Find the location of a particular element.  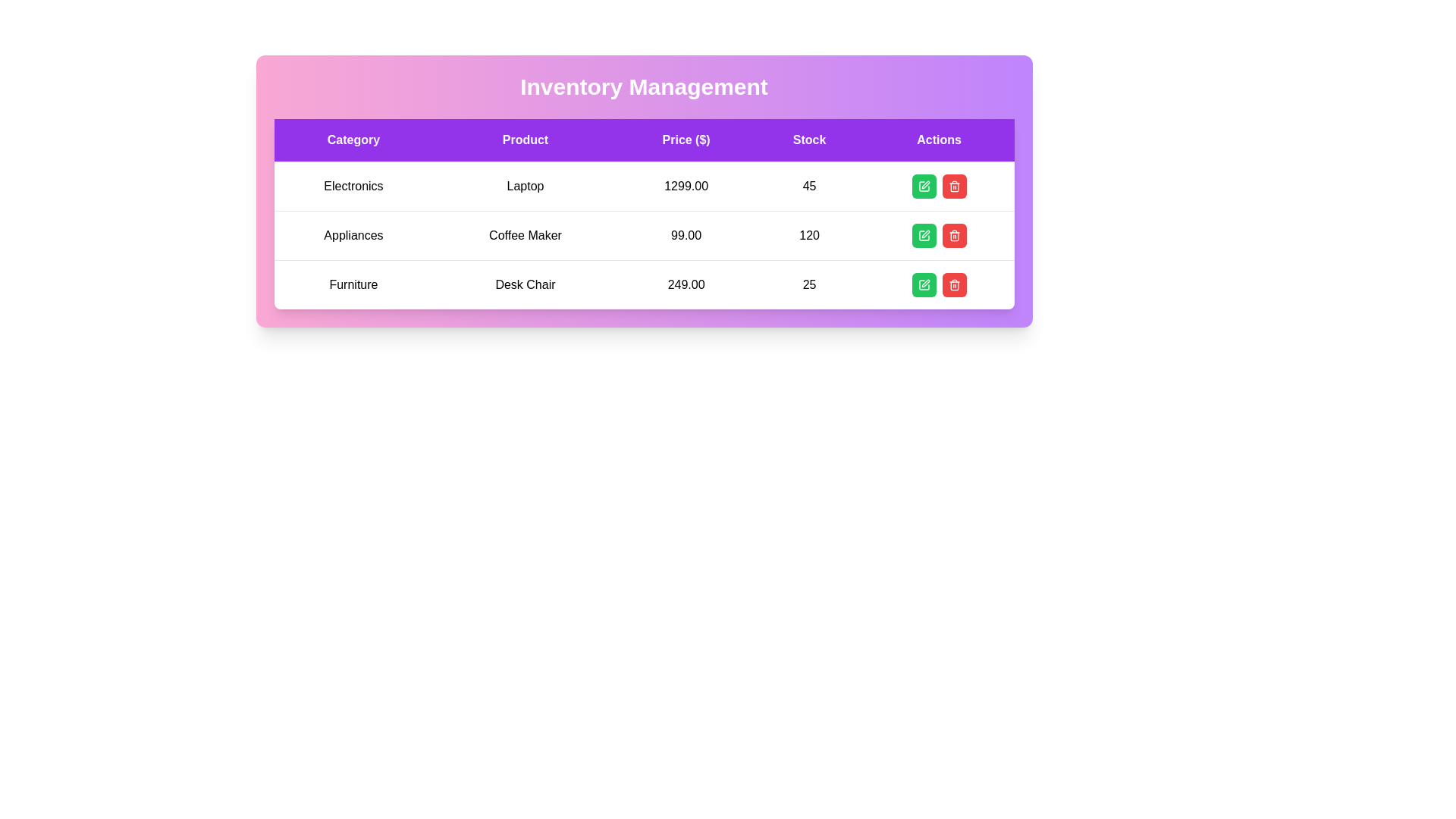

the green rounded rectangular button with a white pencil icon in the actions column of the third row in the inventory management table is located at coordinates (923, 284).